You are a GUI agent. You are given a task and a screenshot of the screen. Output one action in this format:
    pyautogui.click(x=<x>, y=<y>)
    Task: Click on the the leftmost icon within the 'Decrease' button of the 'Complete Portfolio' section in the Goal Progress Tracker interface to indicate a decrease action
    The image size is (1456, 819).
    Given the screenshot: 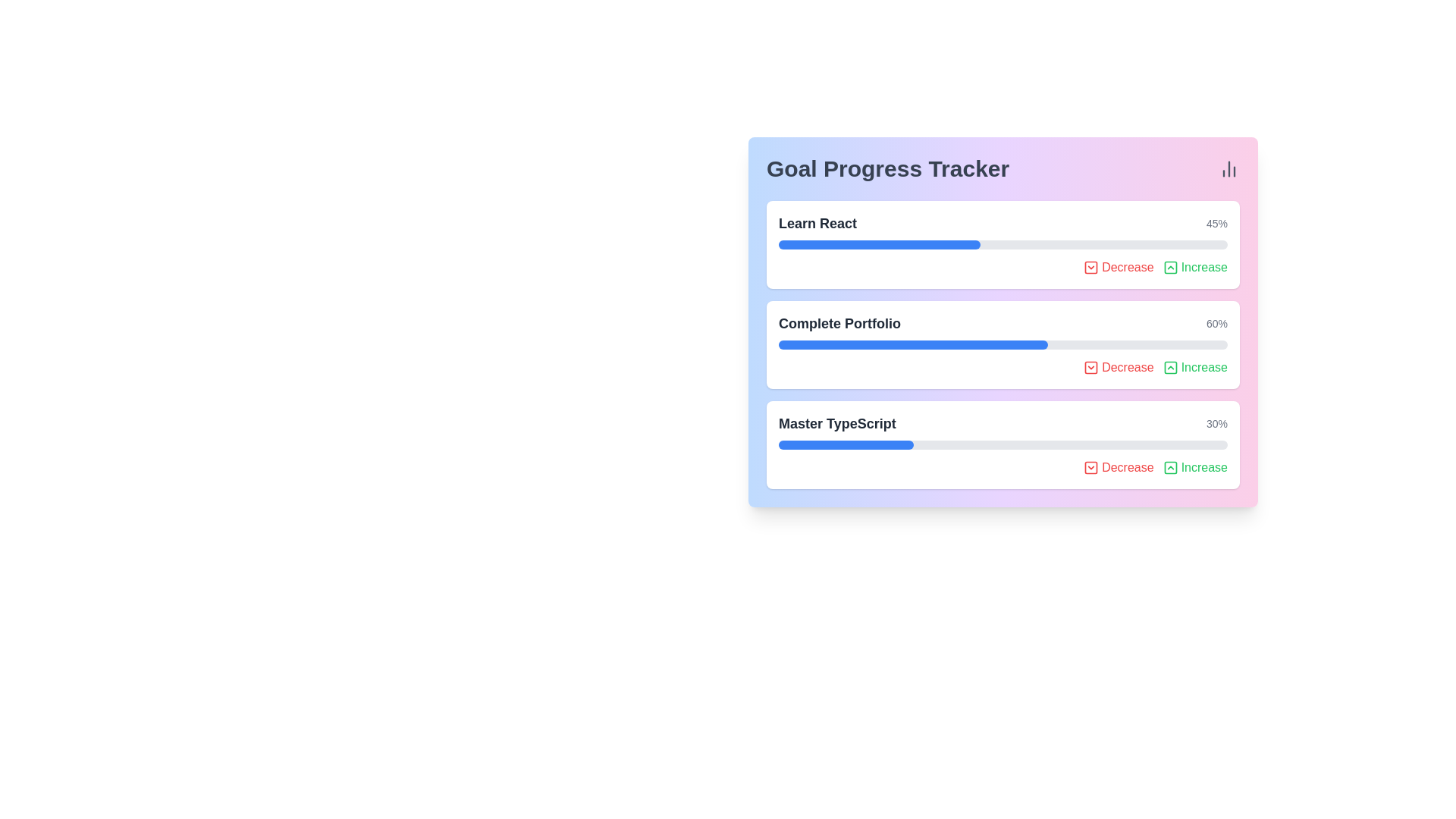 What is the action you would take?
    pyautogui.click(x=1090, y=368)
    